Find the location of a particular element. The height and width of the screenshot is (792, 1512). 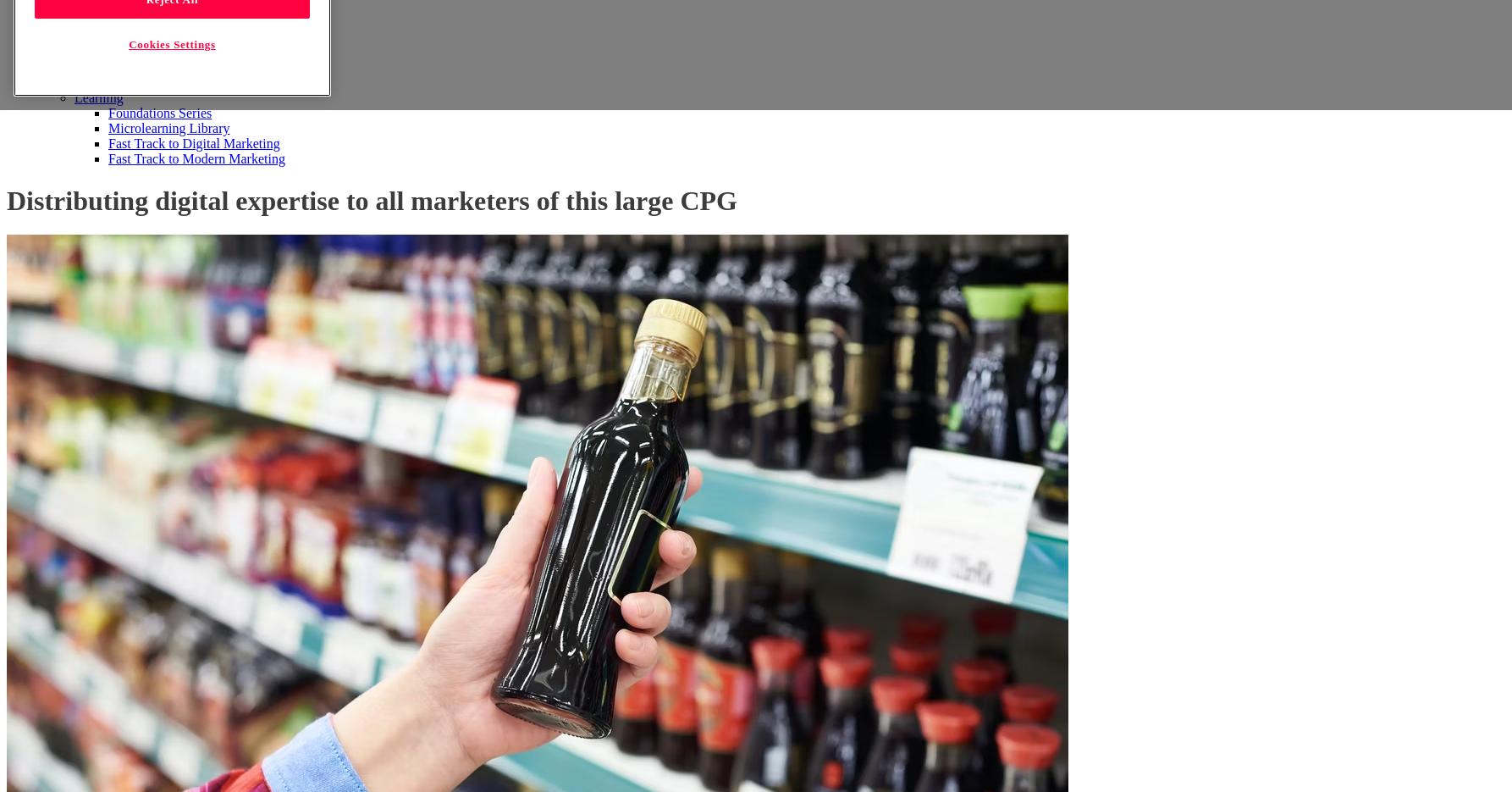

'Fast Track to Digital Marketing' is located at coordinates (192, 143).